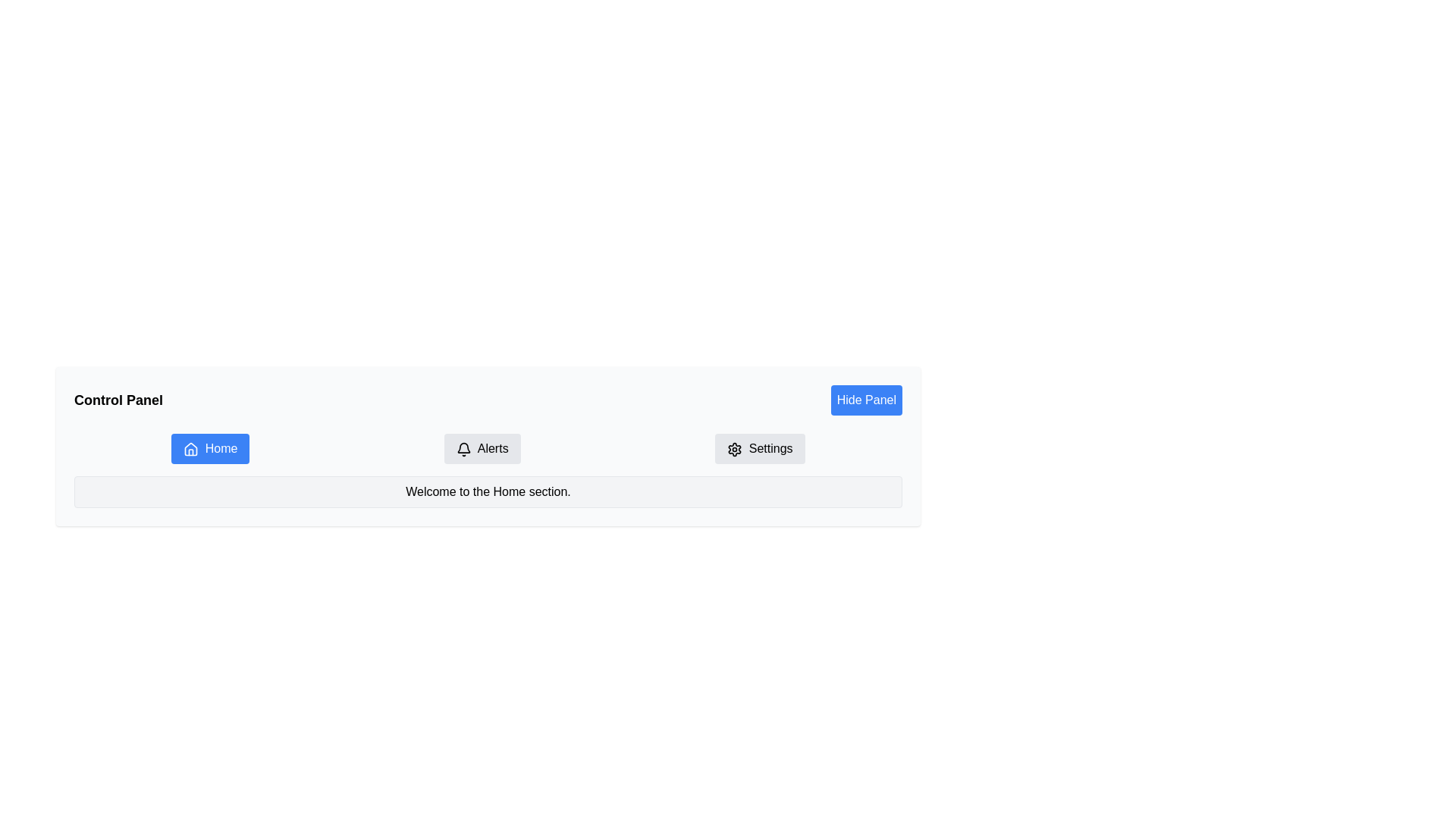 The height and width of the screenshot is (819, 1456). Describe the element at coordinates (463, 448) in the screenshot. I see `the bell icon located within the 'Alerts' button in the navigation bar, which is situated between the 'Home' and 'Settings' buttons` at that location.